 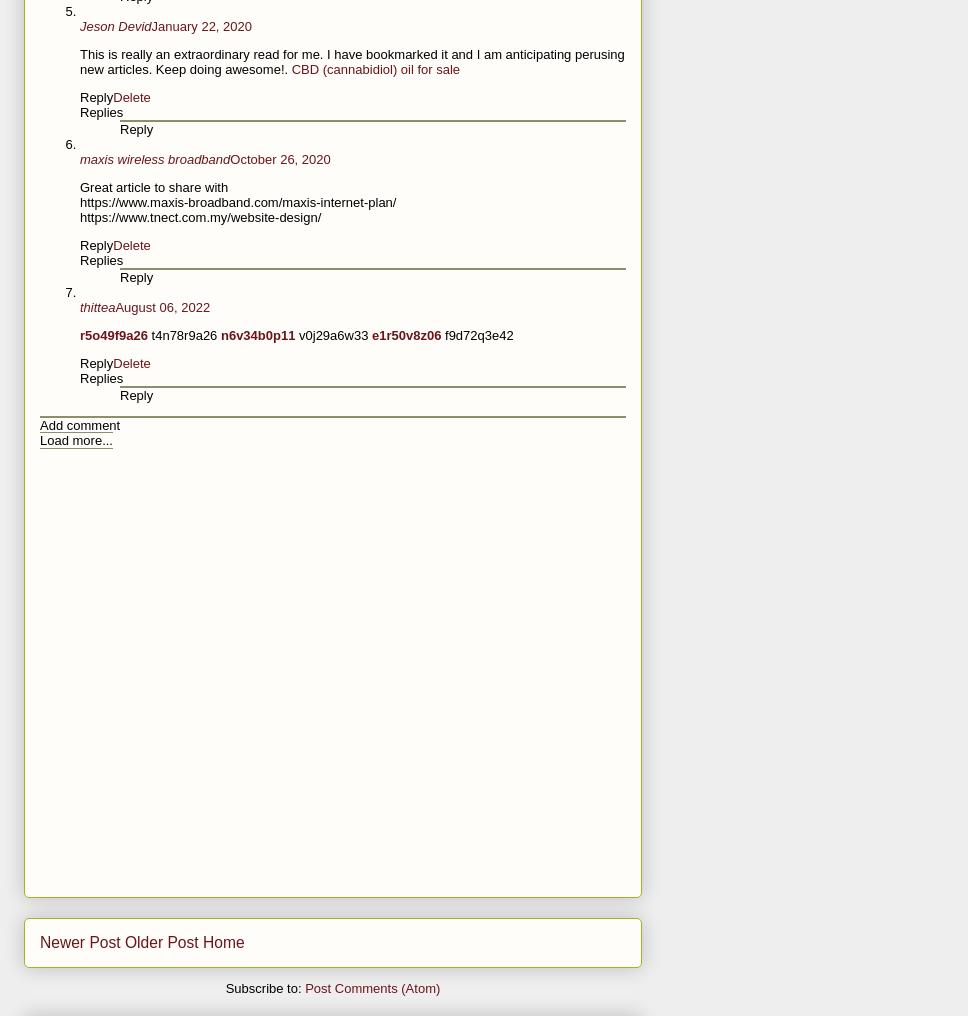 I want to click on 't4n78r9a26', so click(x=150, y=335).